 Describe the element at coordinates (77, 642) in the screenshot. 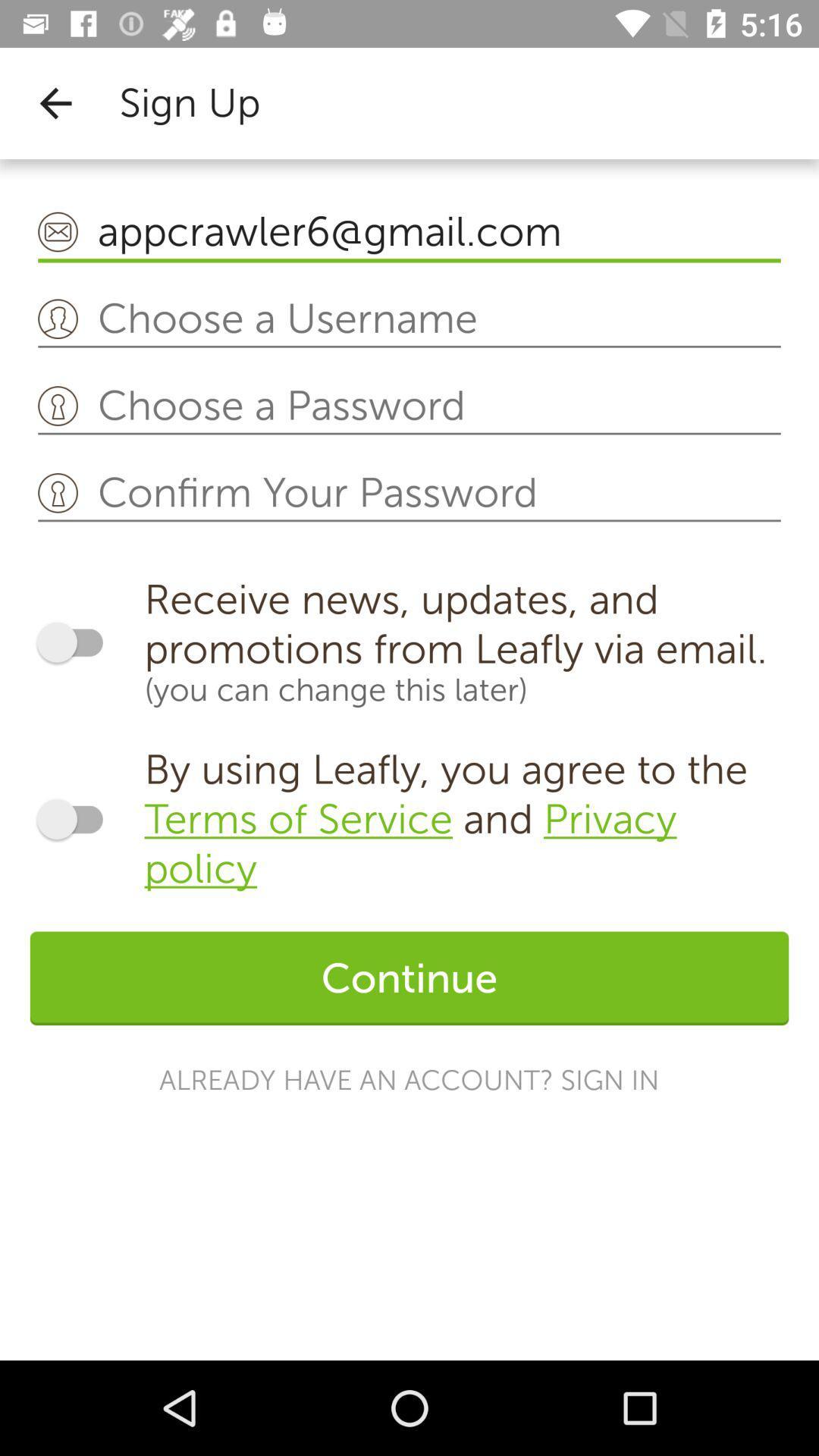

I see `receive news` at that location.